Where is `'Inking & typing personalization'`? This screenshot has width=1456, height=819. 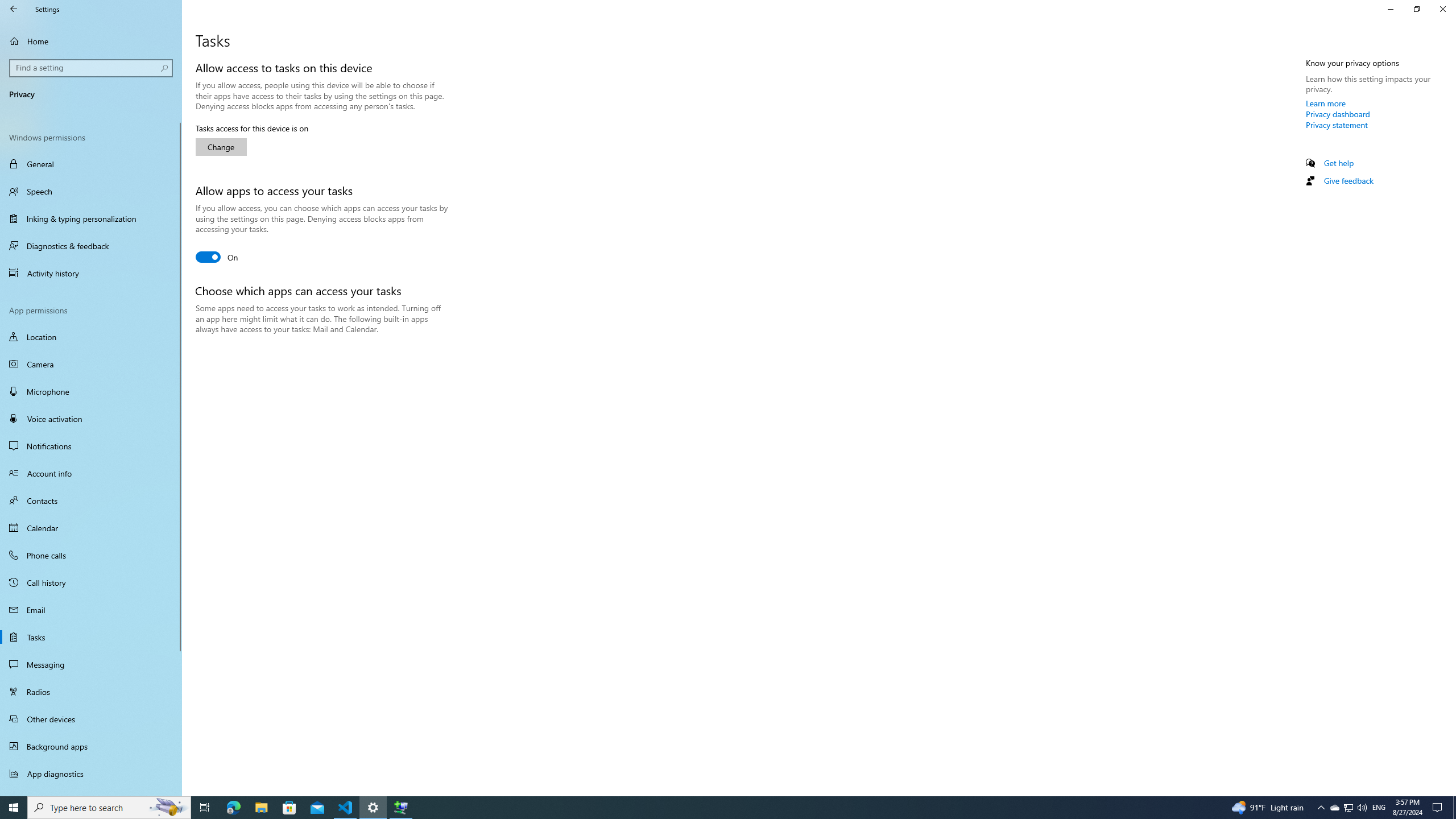 'Inking & typing personalization' is located at coordinates (90, 217).